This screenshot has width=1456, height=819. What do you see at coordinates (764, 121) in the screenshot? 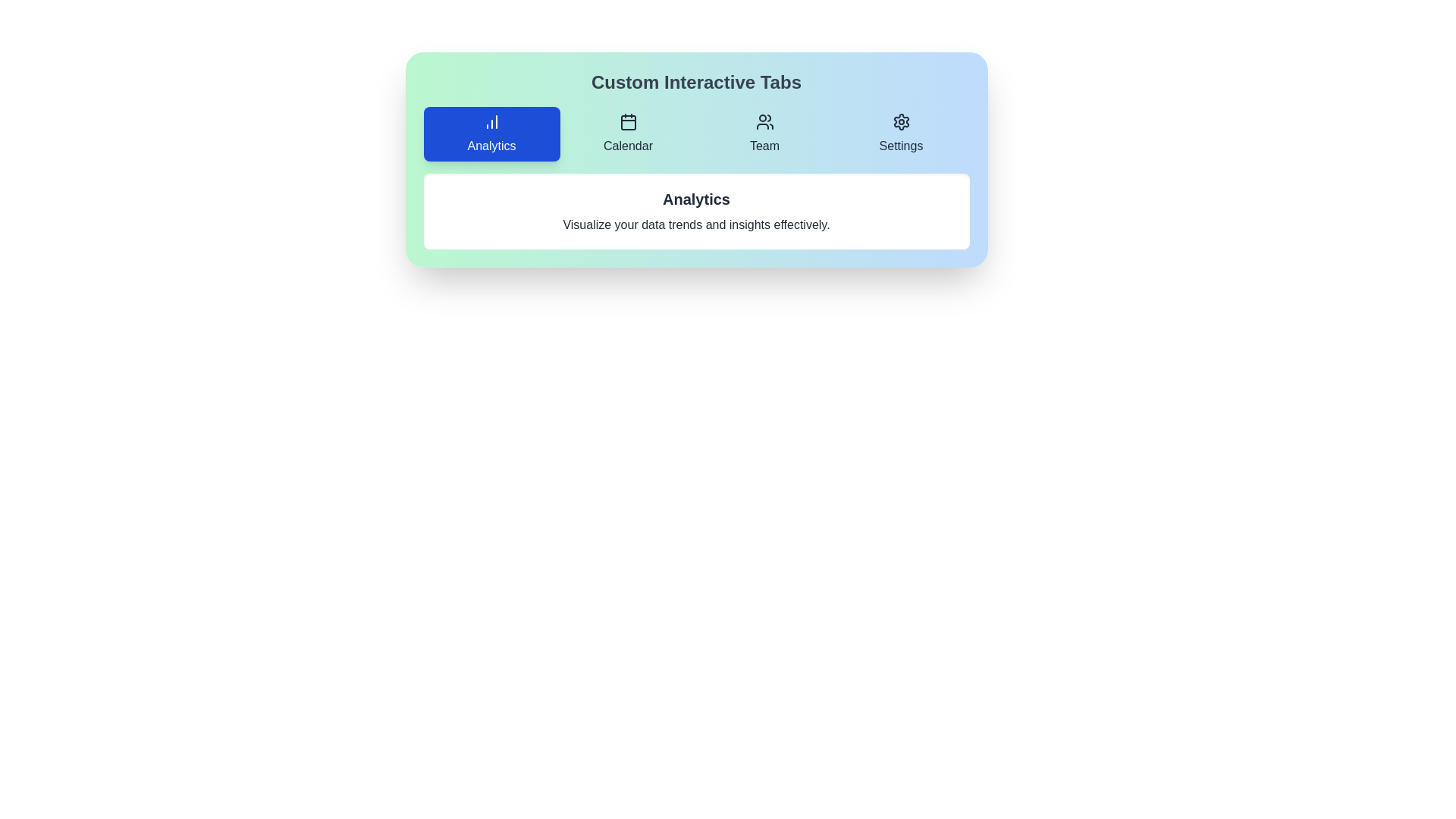
I see `the 'Team' tab icon in the navigation menu, which is the third option from the left and associated with team-related content` at bounding box center [764, 121].